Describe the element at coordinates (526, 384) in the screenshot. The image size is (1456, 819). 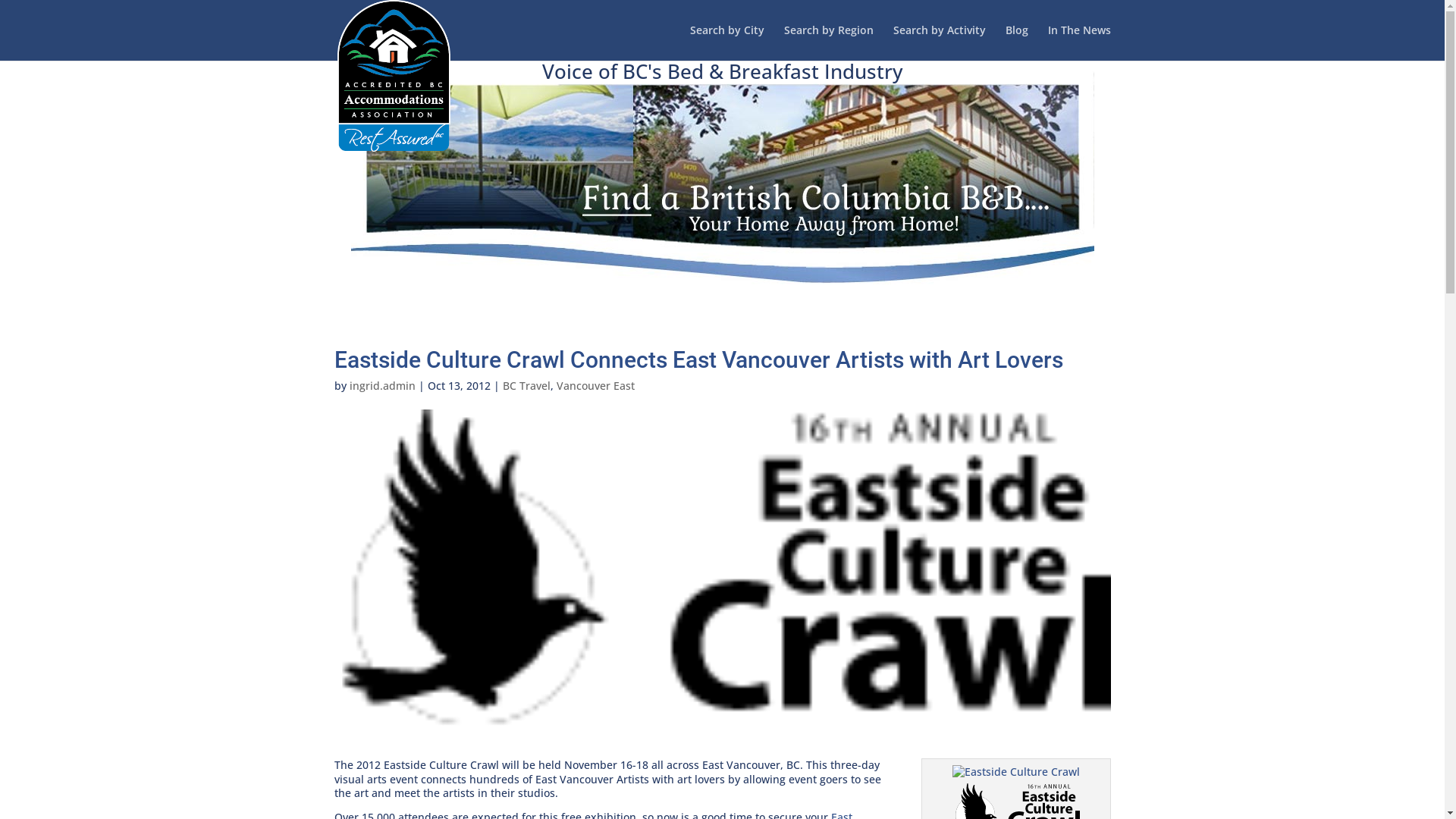
I see `'BC Travel'` at that location.